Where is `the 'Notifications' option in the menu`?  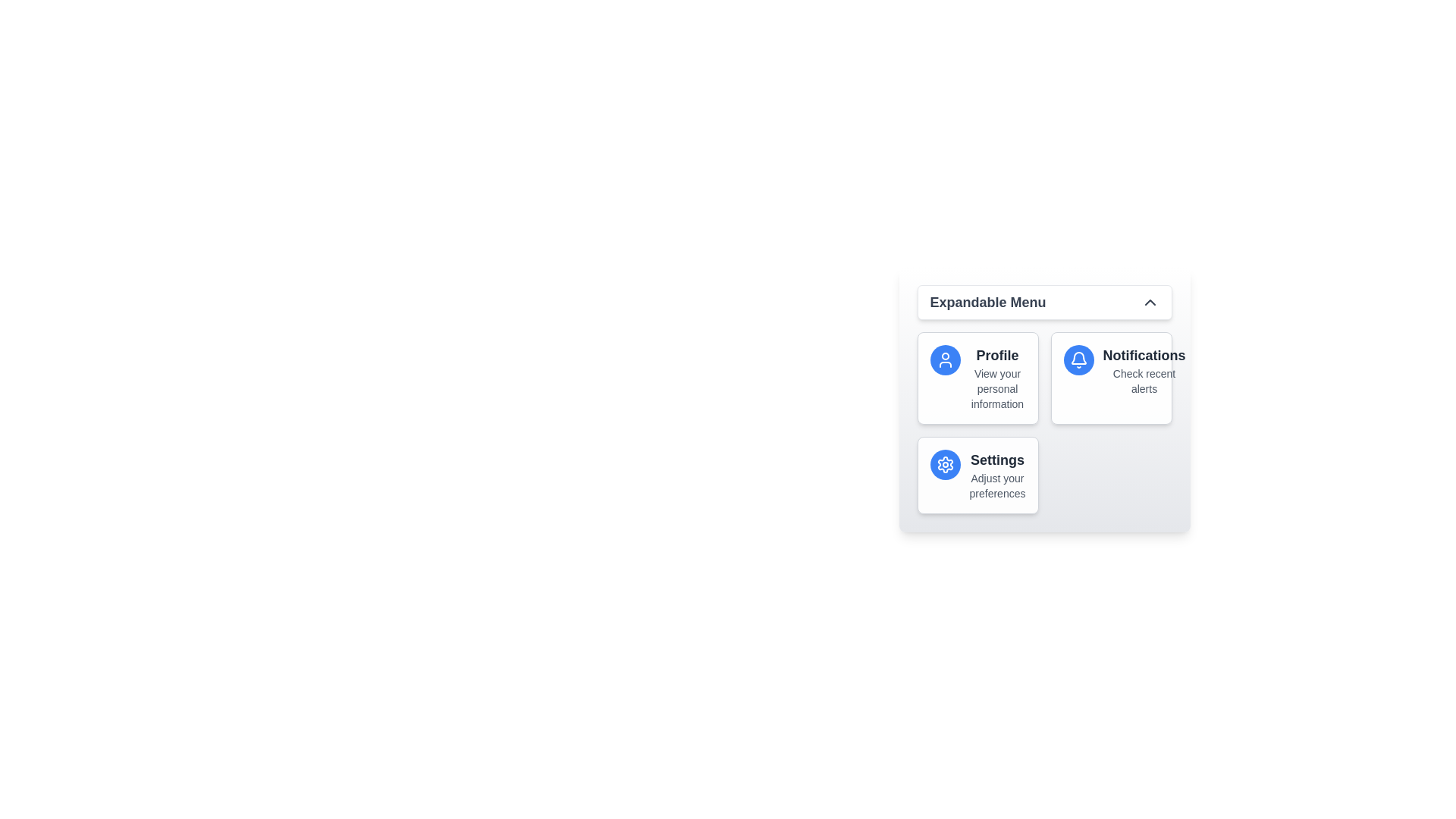
the 'Notifications' option in the menu is located at coordinates (1144, 356).